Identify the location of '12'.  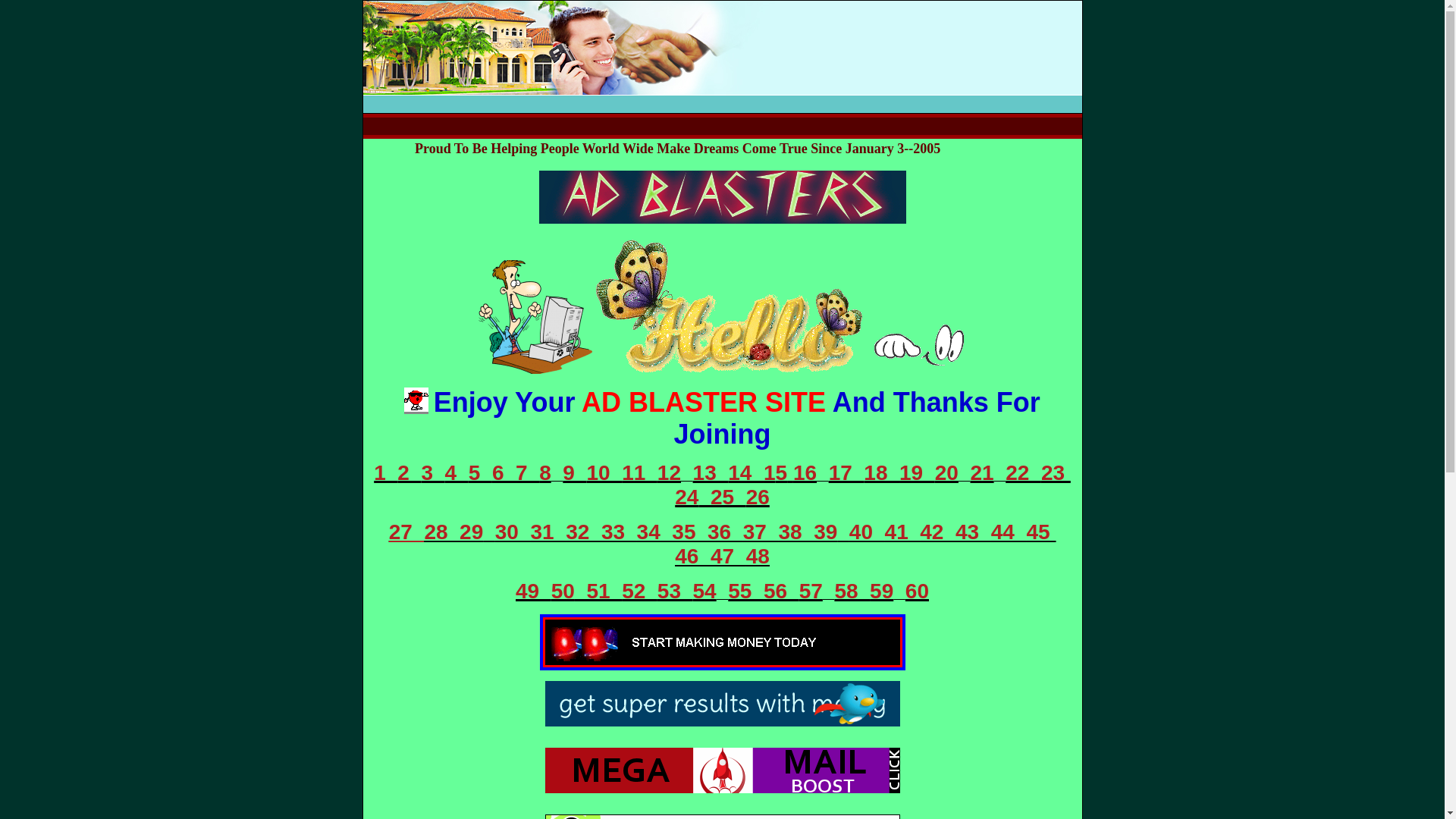
(668, 472).